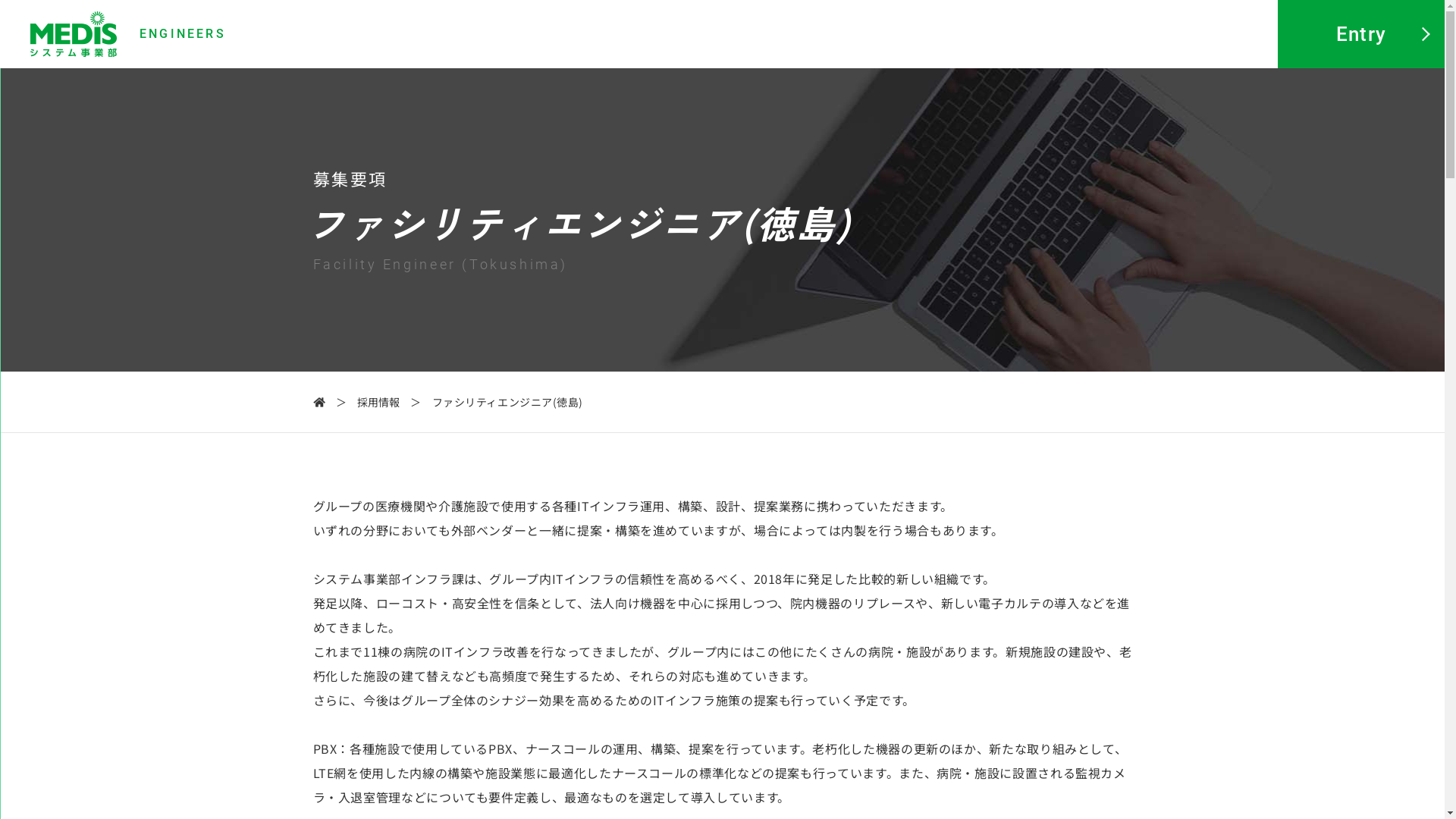 This screenshot has width=1456, height=819. Describe the element at coordinates (1276, 34) in the screenshot. I see `'Entry'` at that location.